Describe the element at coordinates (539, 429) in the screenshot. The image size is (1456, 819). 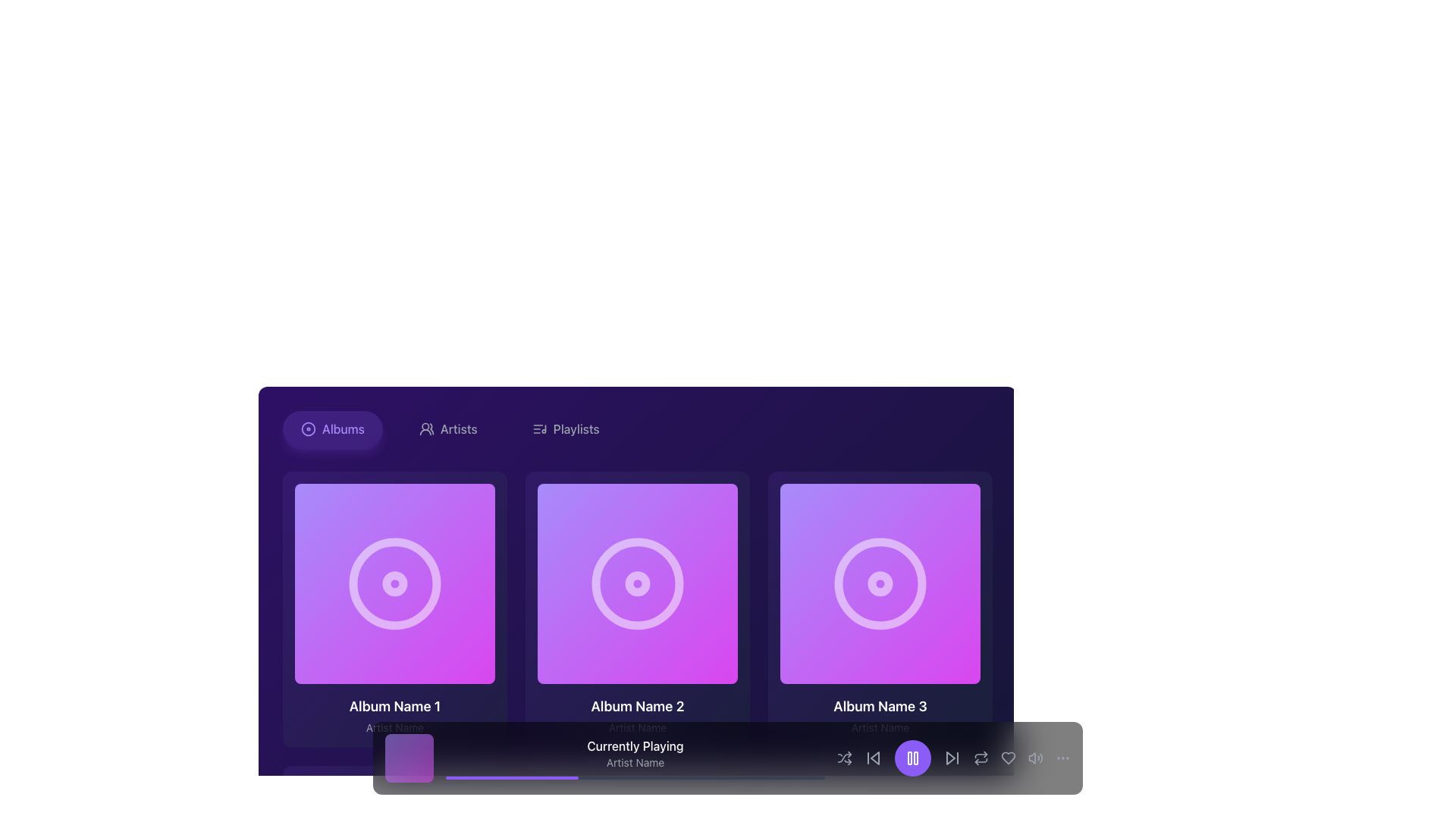
I see `the 'Playlists' icon, which serves as a visual indicator for the 'Playlists' tab located within the button at the top of the page, positioned between the 'Artists' and 'Albums' tabs` at that location.